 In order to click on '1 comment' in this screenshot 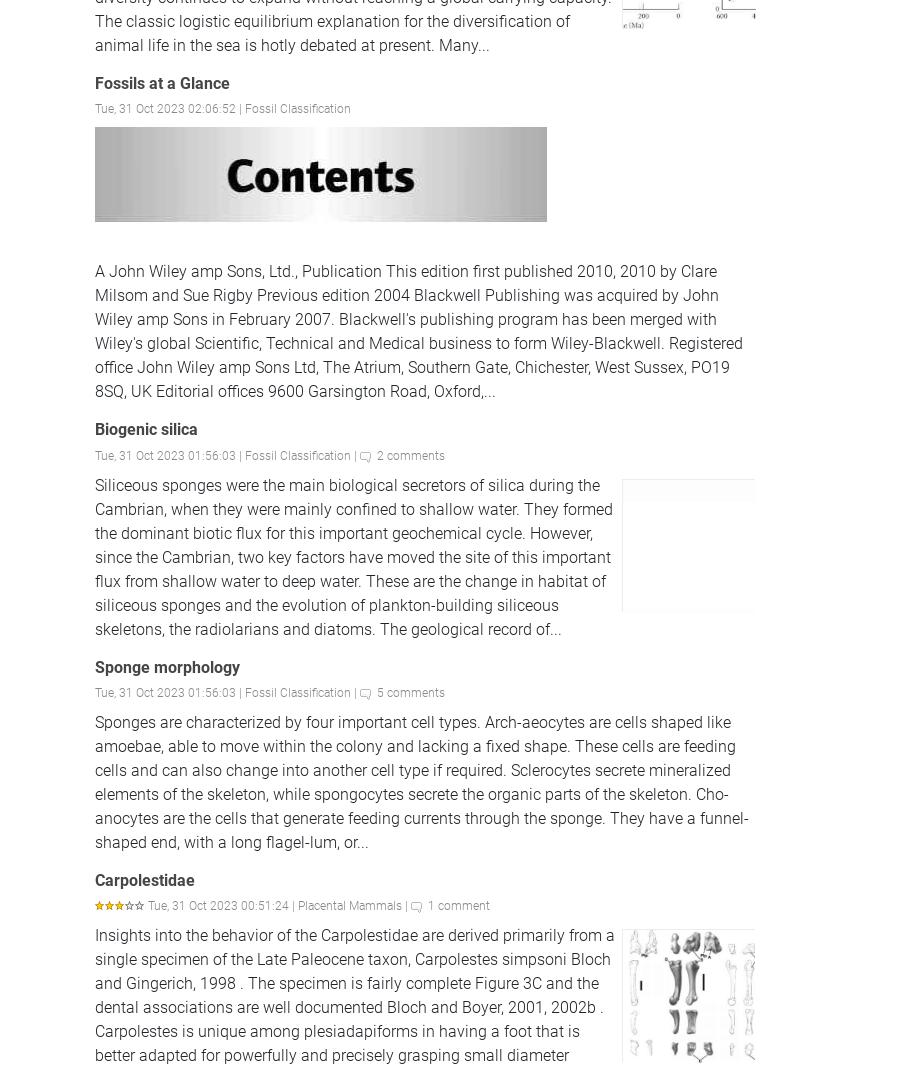, I will do `click(428, 904)`.